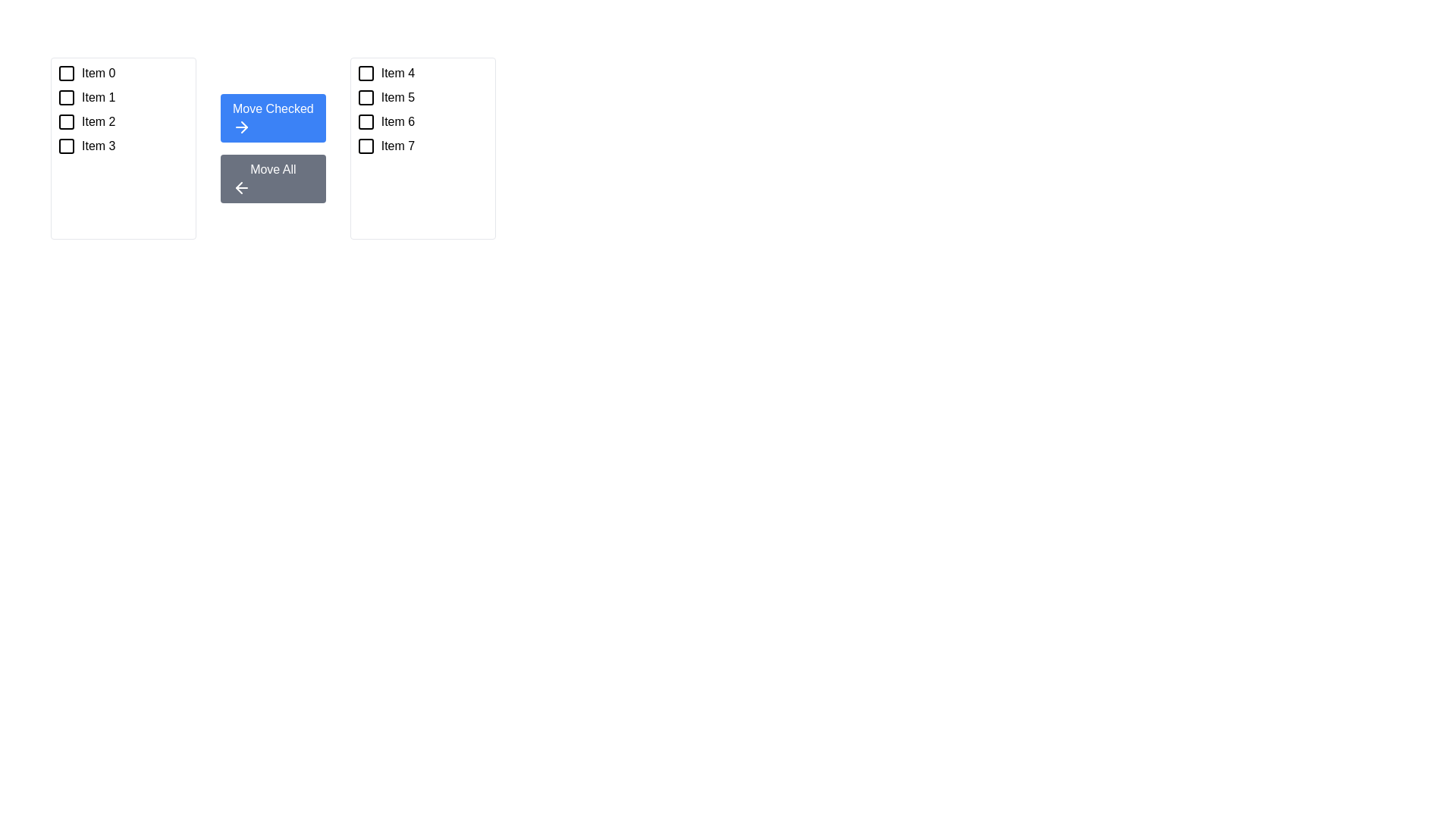 This screenshot has width=1456, height=819. Describe the element at coordinates (98, 121) in the screenshot. I see `text of the label that reads 'Item 2', which is the text label for the third checkbox in the left-hand vertical list` at that location.